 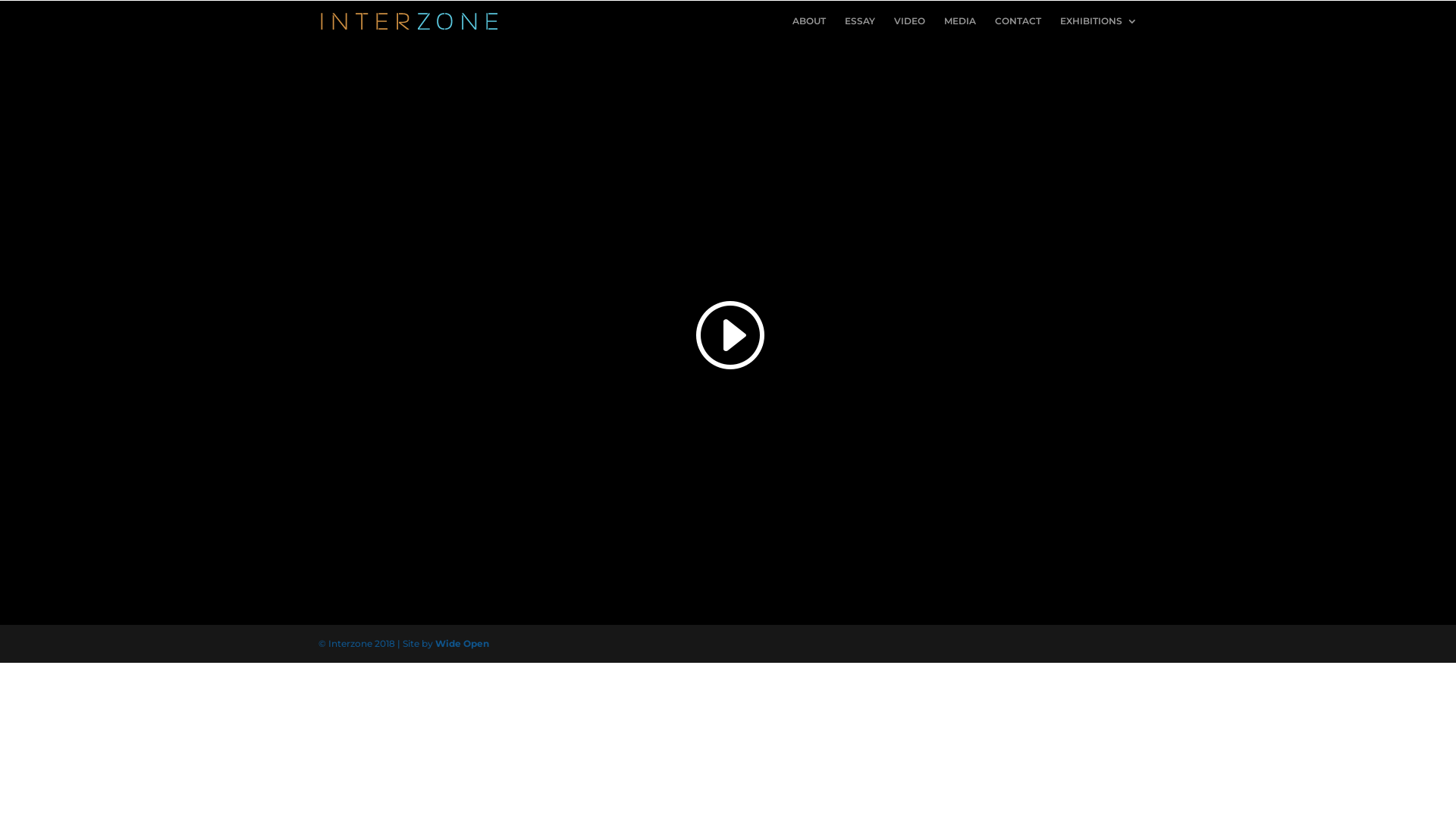 I want to click on 'VIDEO', so click(x=894, y=29).